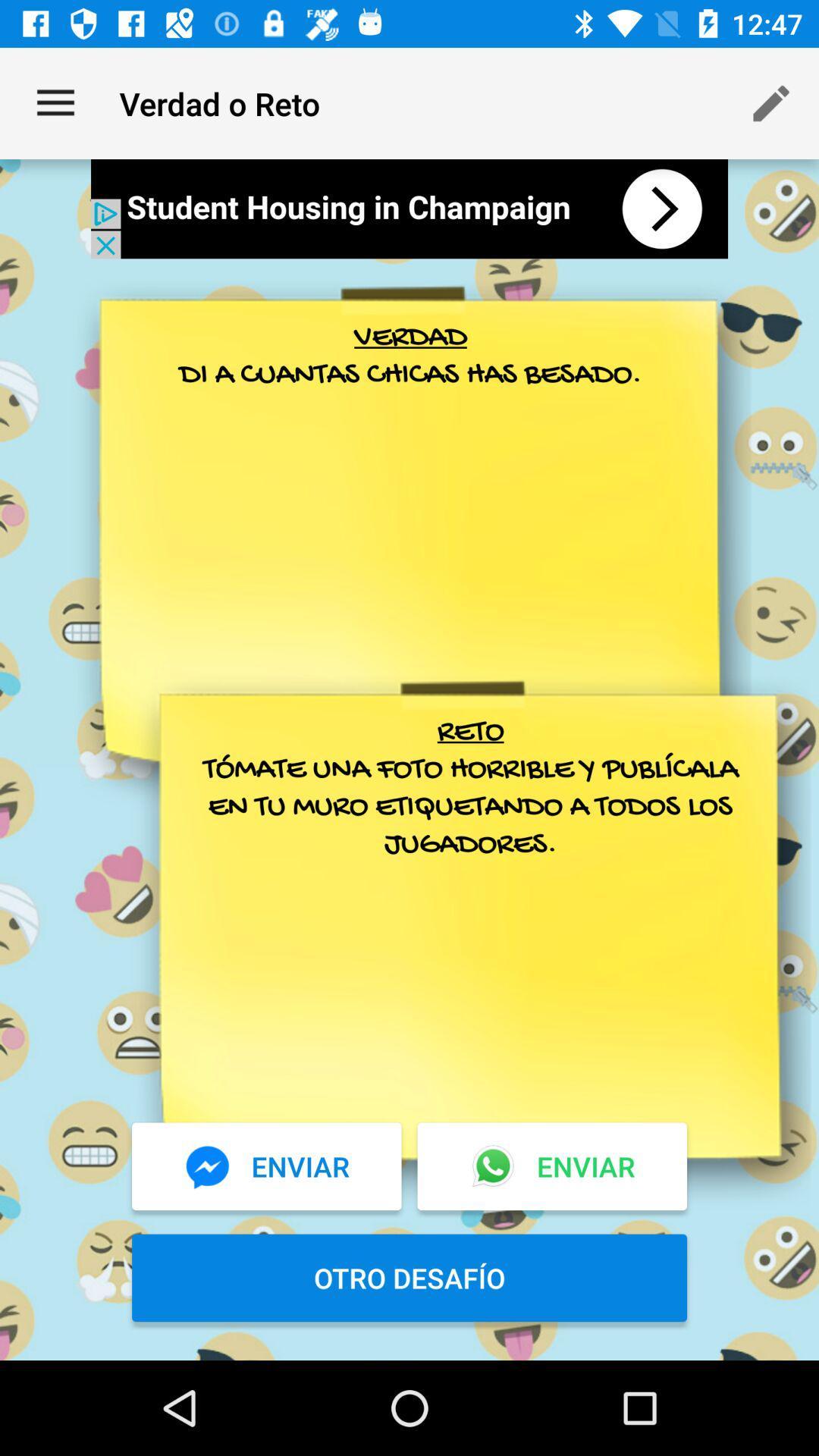 The height and width of the screenshot is (1456, 819). Describe the element at coordinates (409, 208) in the screenshot. I see `open advertisement` at that location.